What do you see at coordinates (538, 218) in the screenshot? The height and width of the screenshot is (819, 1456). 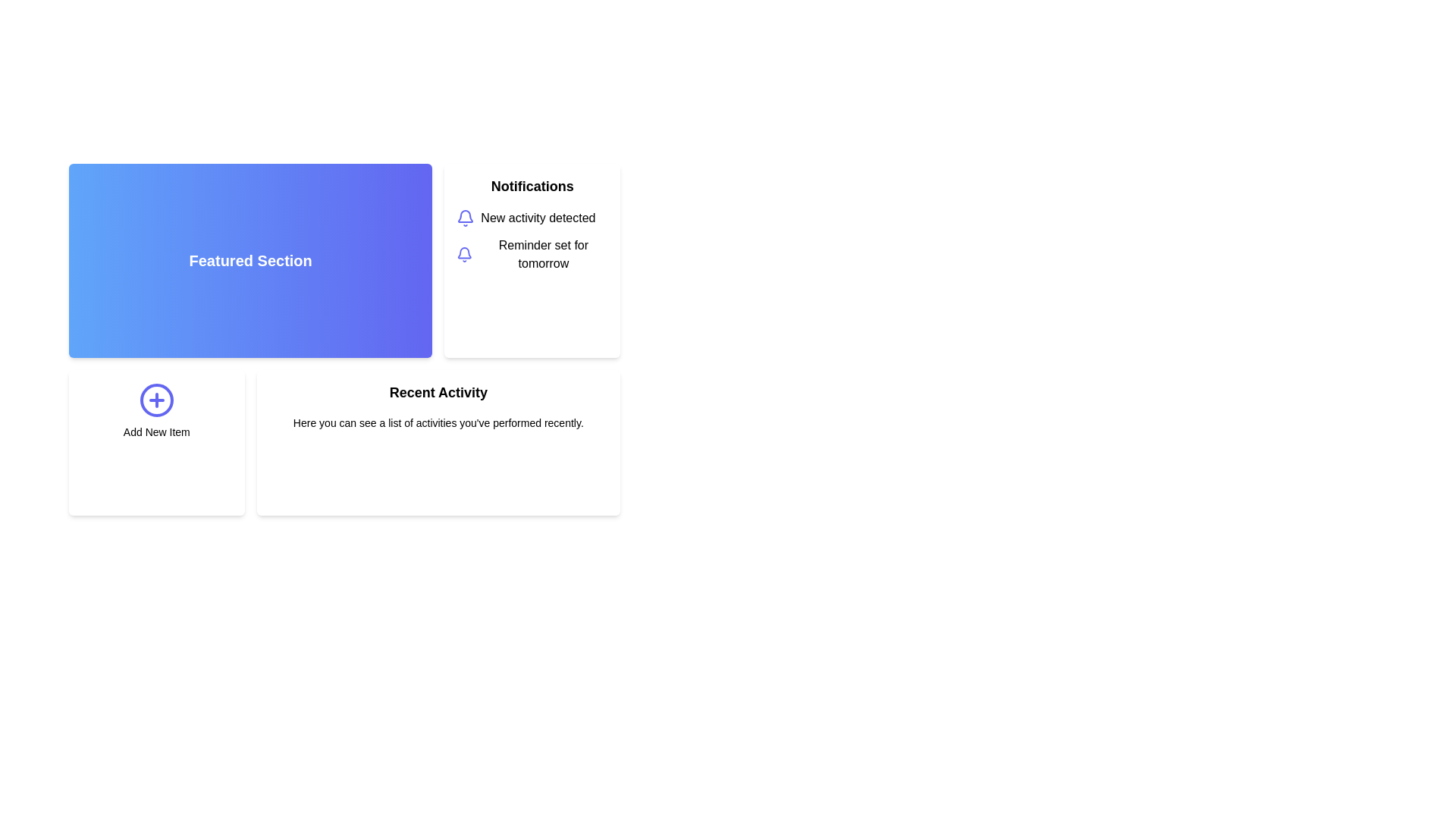 I see `the notification text label located in the Notifications section, adjacent to the bell icon and the text 'Reminder set for tomorrow'` at bounding box center [538, 218].